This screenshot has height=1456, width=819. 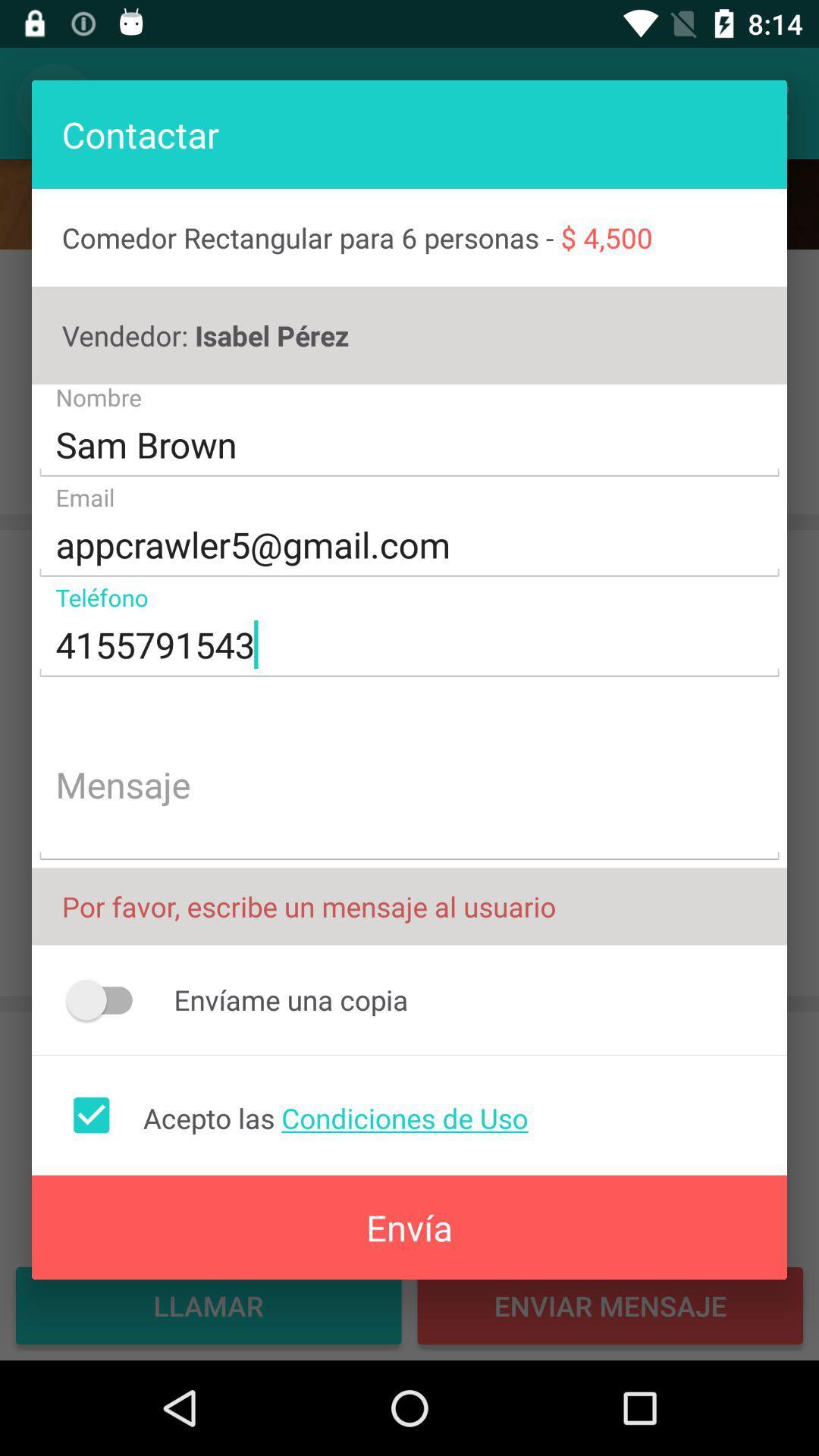 What do you see at coordinates (409, 786) in the screenshot?
I see `the item above the por favor escribe icon` at bounding box center [409, 786].